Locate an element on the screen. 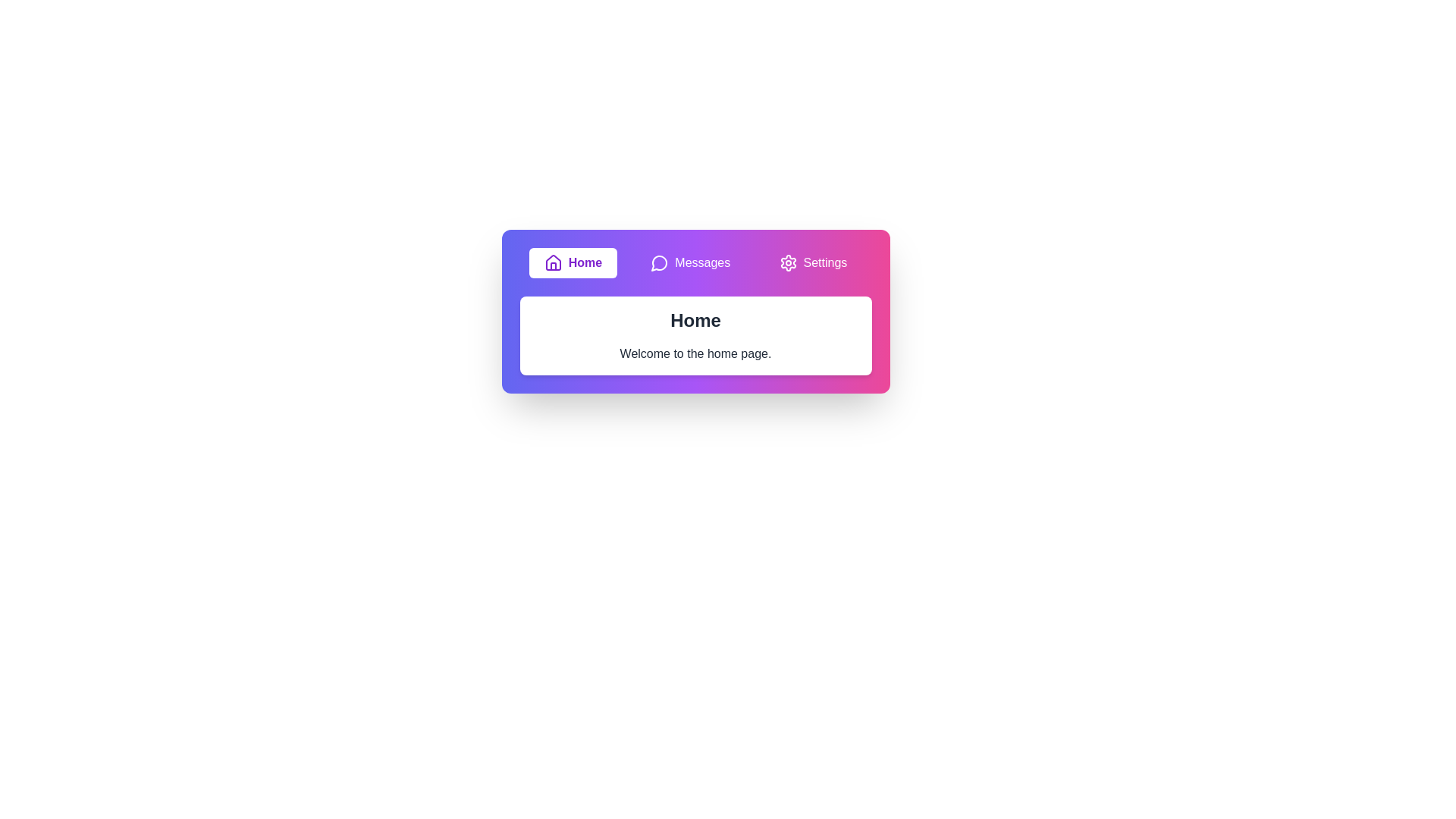  the title text block that serves as a heading for the content below, positioned above the smaller text 'Welcome to the home page.' is located at coordinates (695, 320).